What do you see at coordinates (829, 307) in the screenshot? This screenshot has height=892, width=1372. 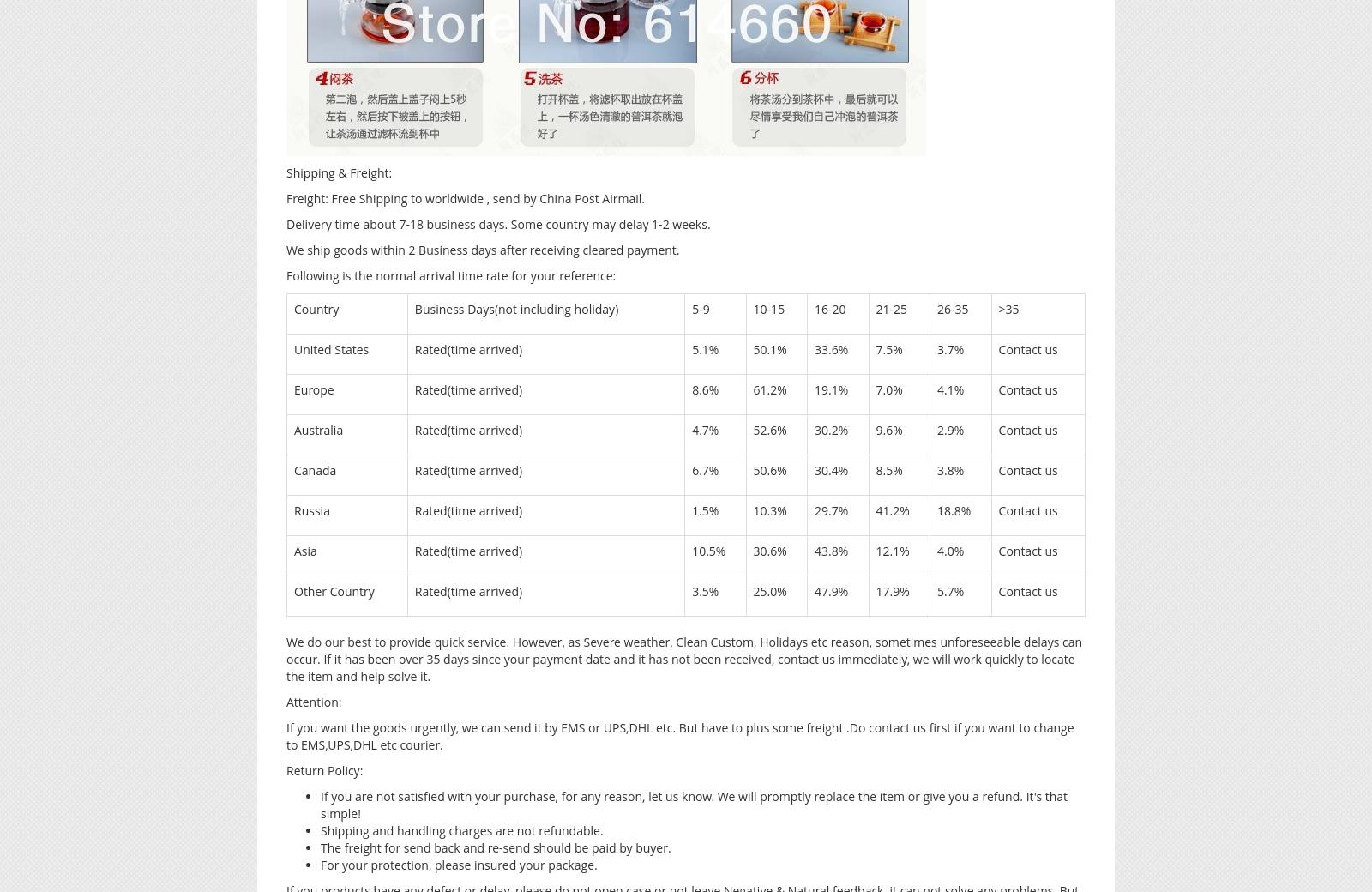 I see `'16-20'` at bounding box center [829, 307].